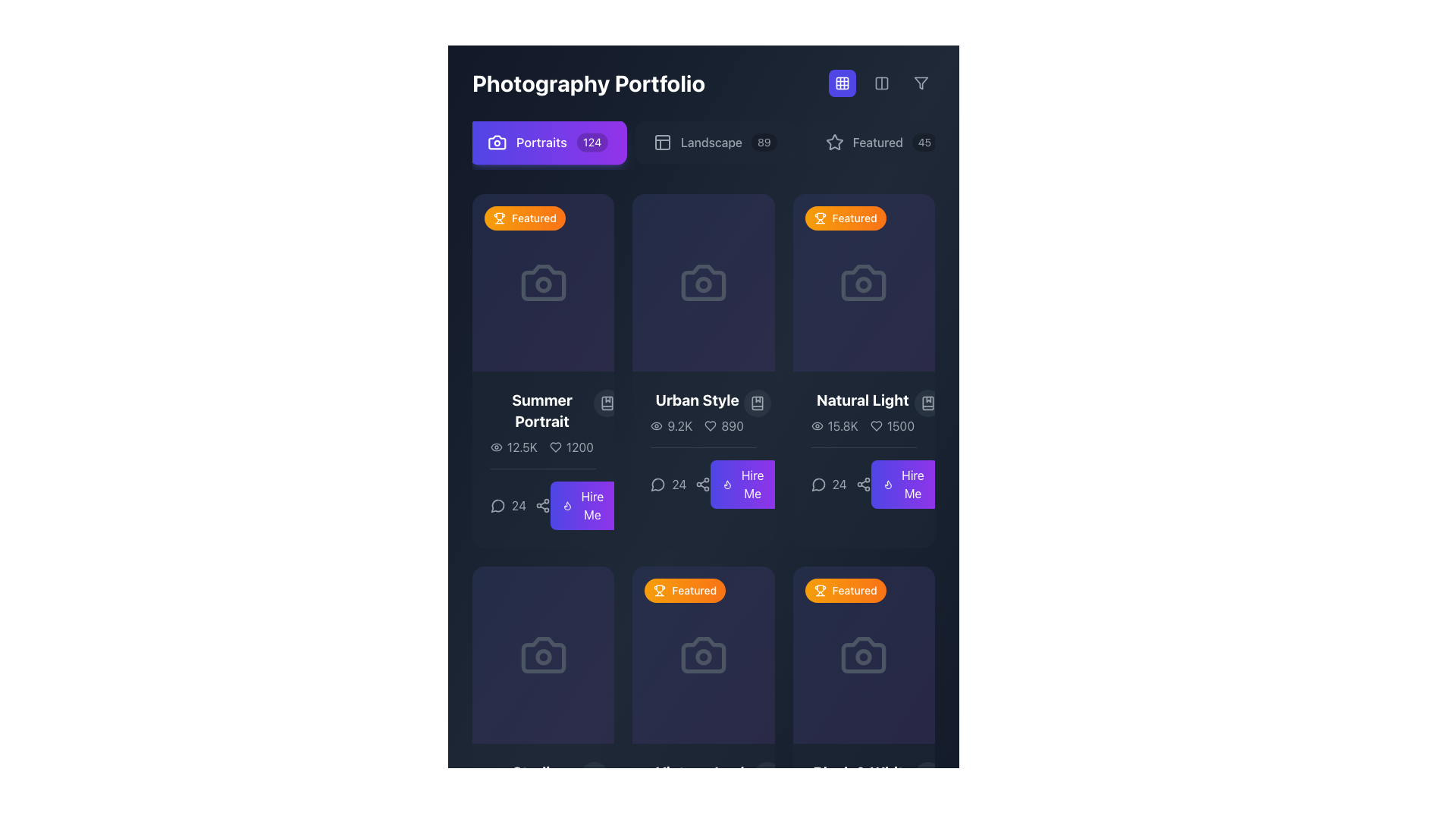 The height and width of the screenshot is (819, 1456). What do you see at coordinates (764, 143) in the screenshot?
I see `displayed number on the badge indicating the presence of 89 related items next to the 'Landscape' menu item` at bounding box center [764, 143].